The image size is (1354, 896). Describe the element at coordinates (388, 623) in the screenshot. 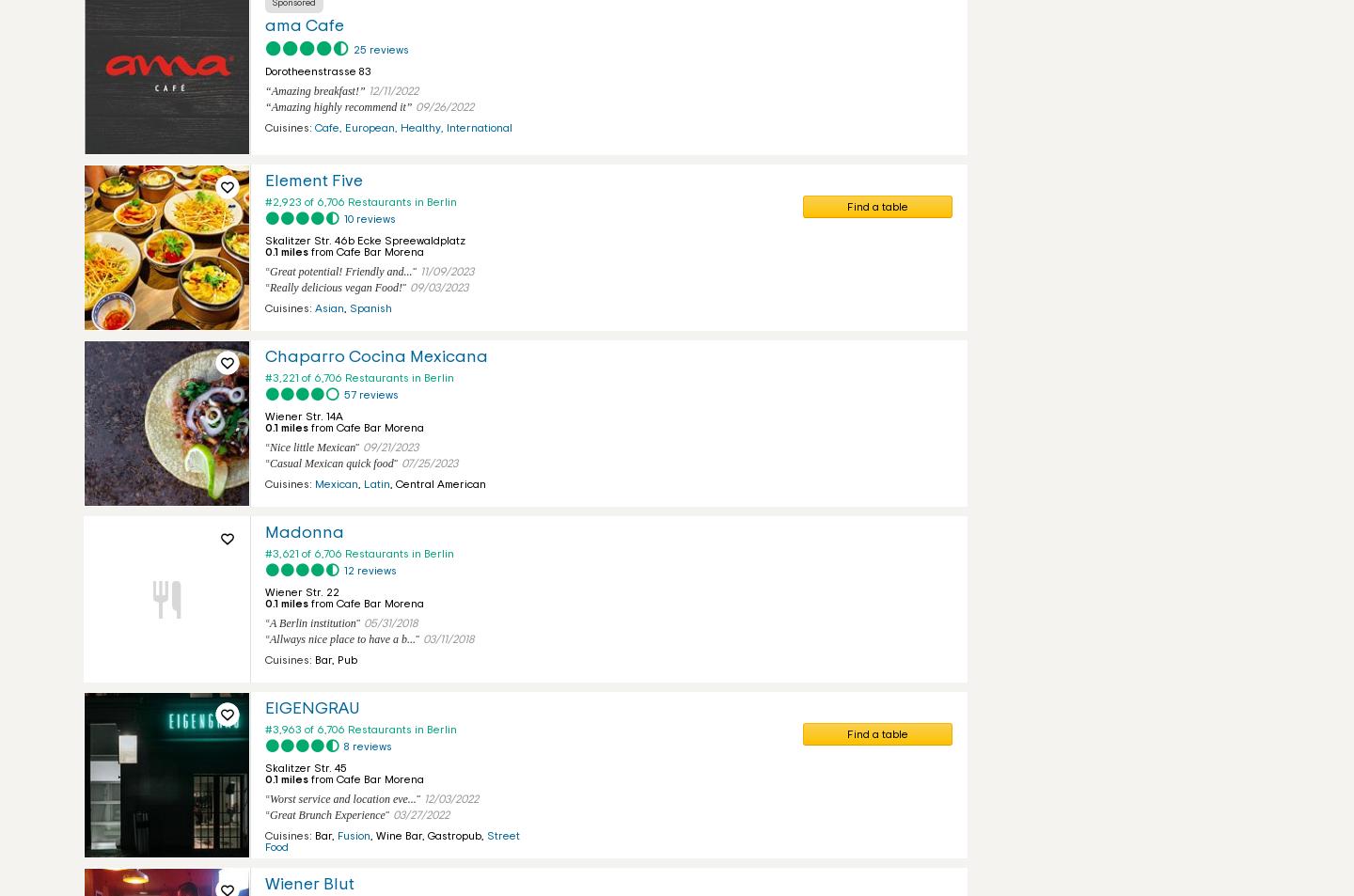

I see `'05/31/2018'` at that location.